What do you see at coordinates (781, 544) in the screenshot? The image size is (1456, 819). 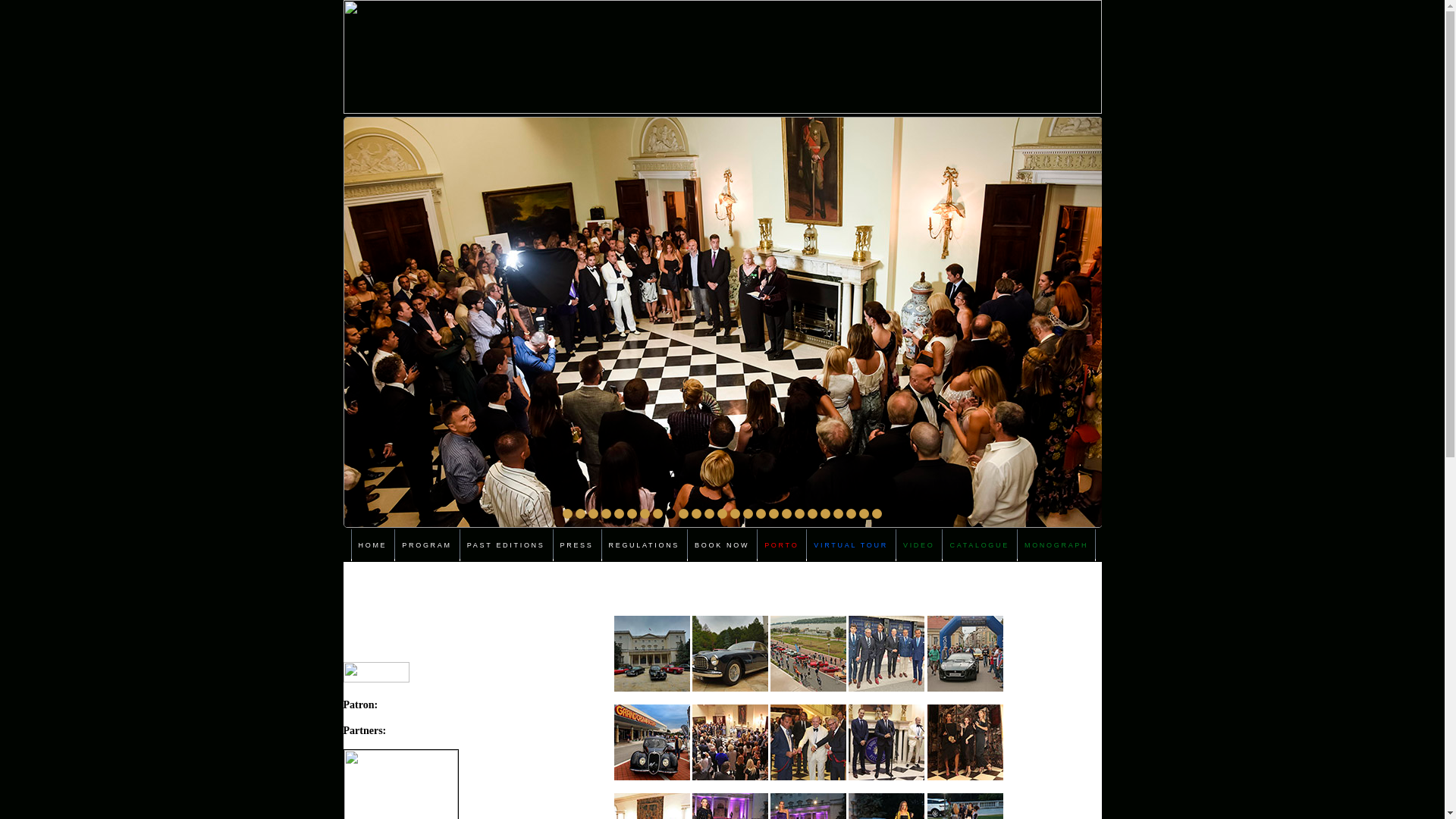 I see `'PORTO'` at bounding box center [781, 544].